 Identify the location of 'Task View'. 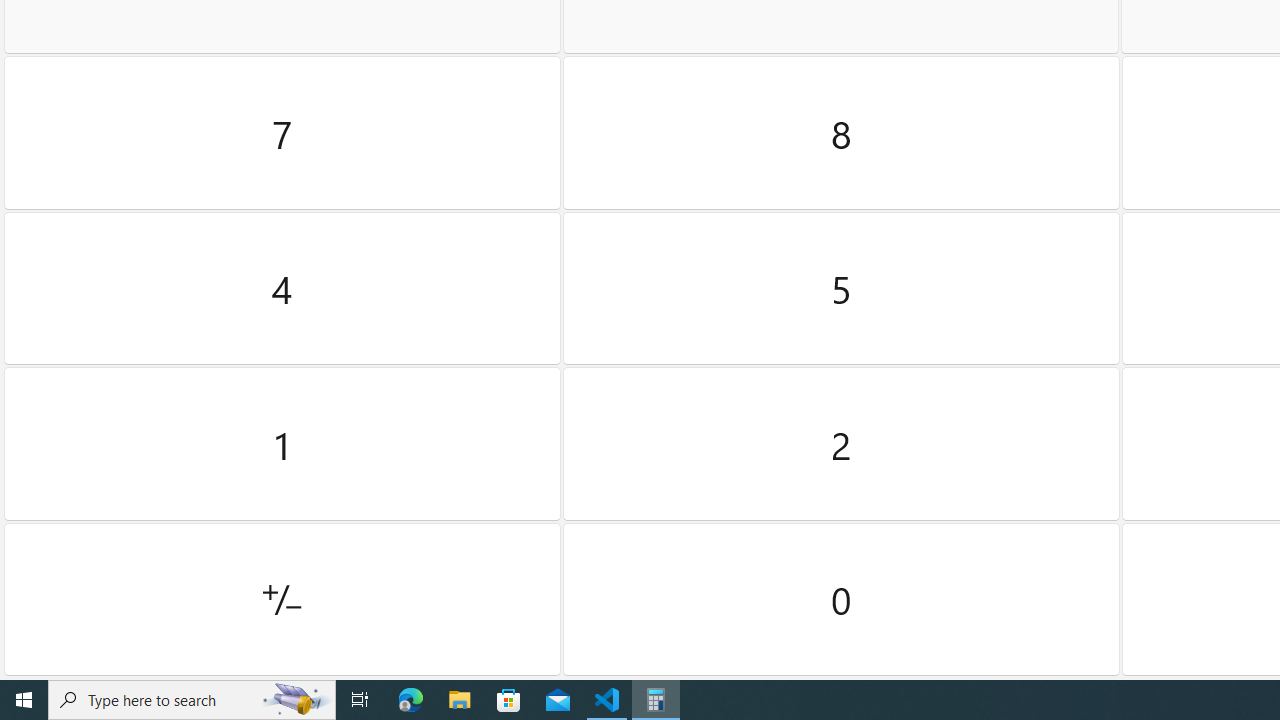
(359, 698).